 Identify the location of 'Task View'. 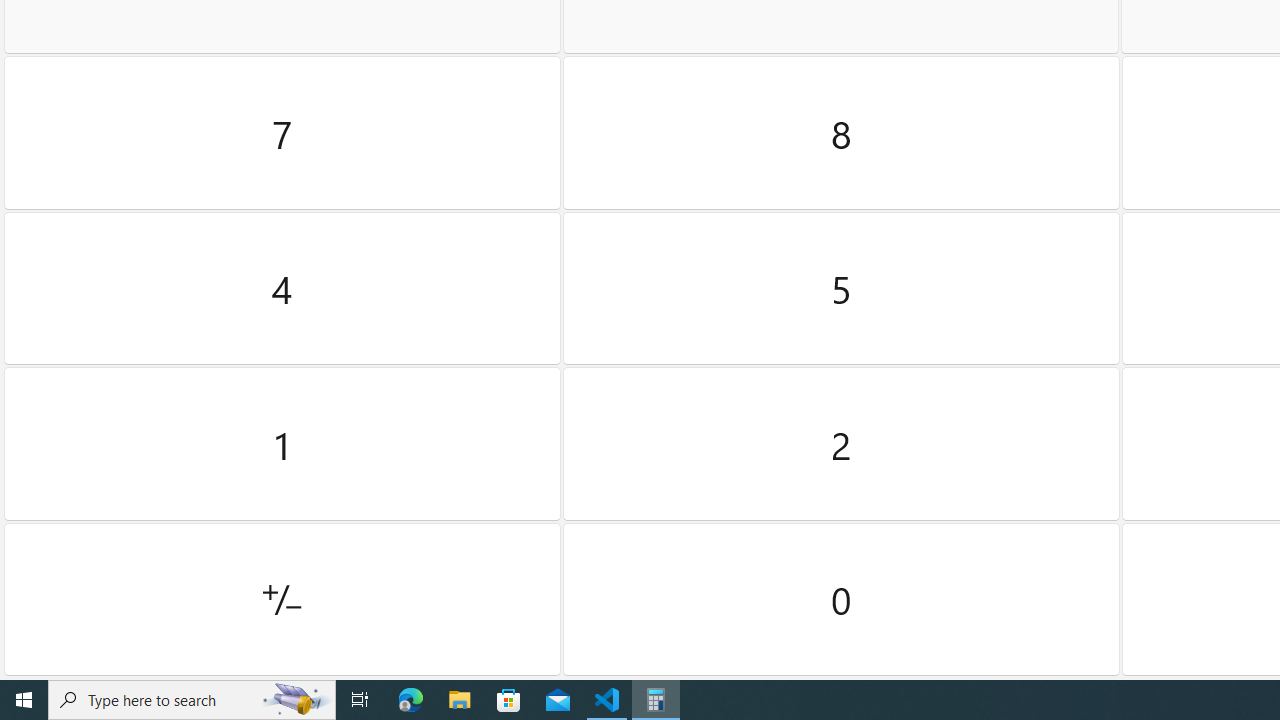
(359, 698).